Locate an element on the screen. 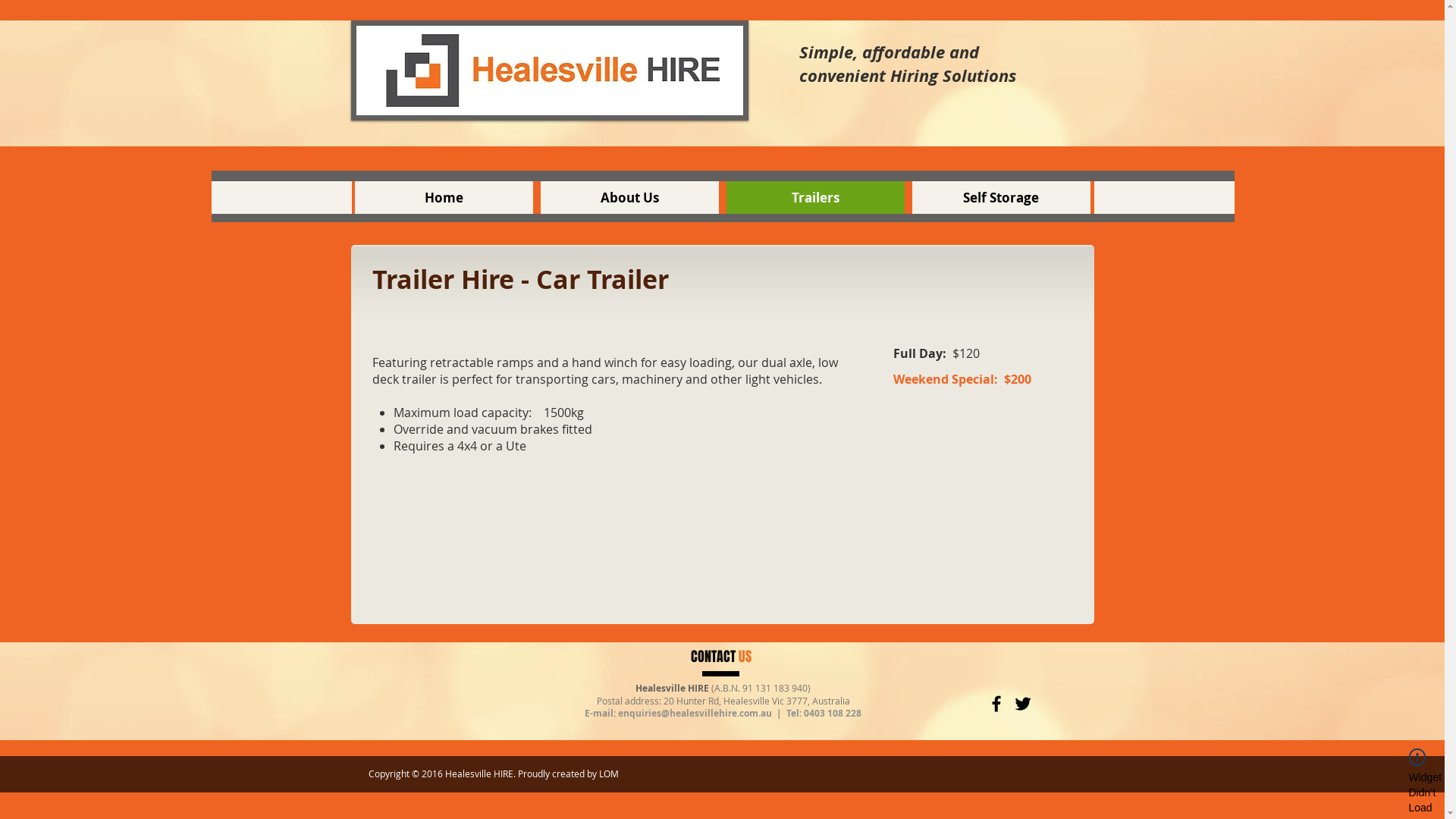 Image resolution: width=1456 pixels, height=819 pixels. 'Trailers' is located at coordinates (814, 196).